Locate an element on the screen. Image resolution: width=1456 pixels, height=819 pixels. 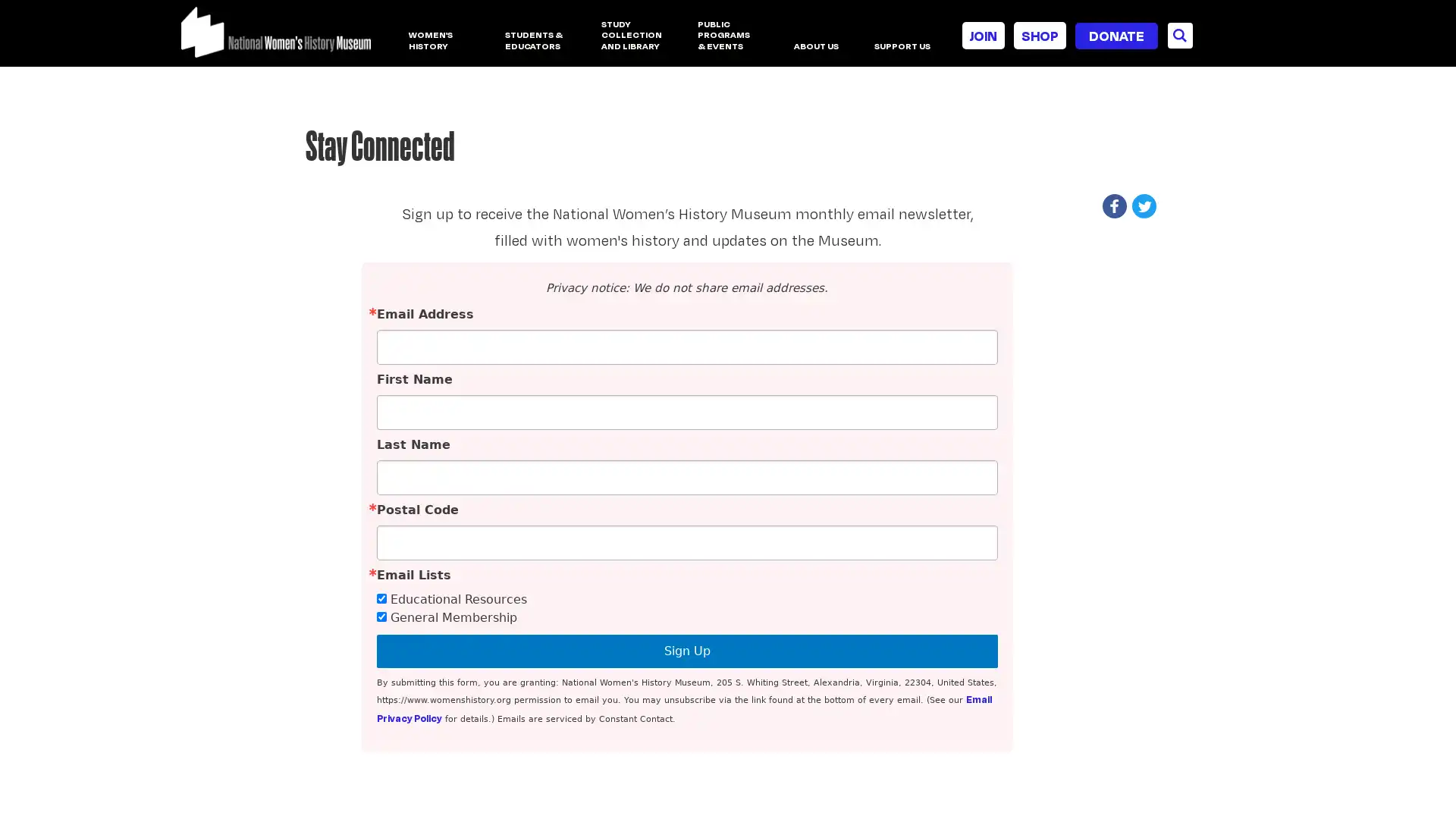
Share to Twitter is located at coordinates (1147, 206).